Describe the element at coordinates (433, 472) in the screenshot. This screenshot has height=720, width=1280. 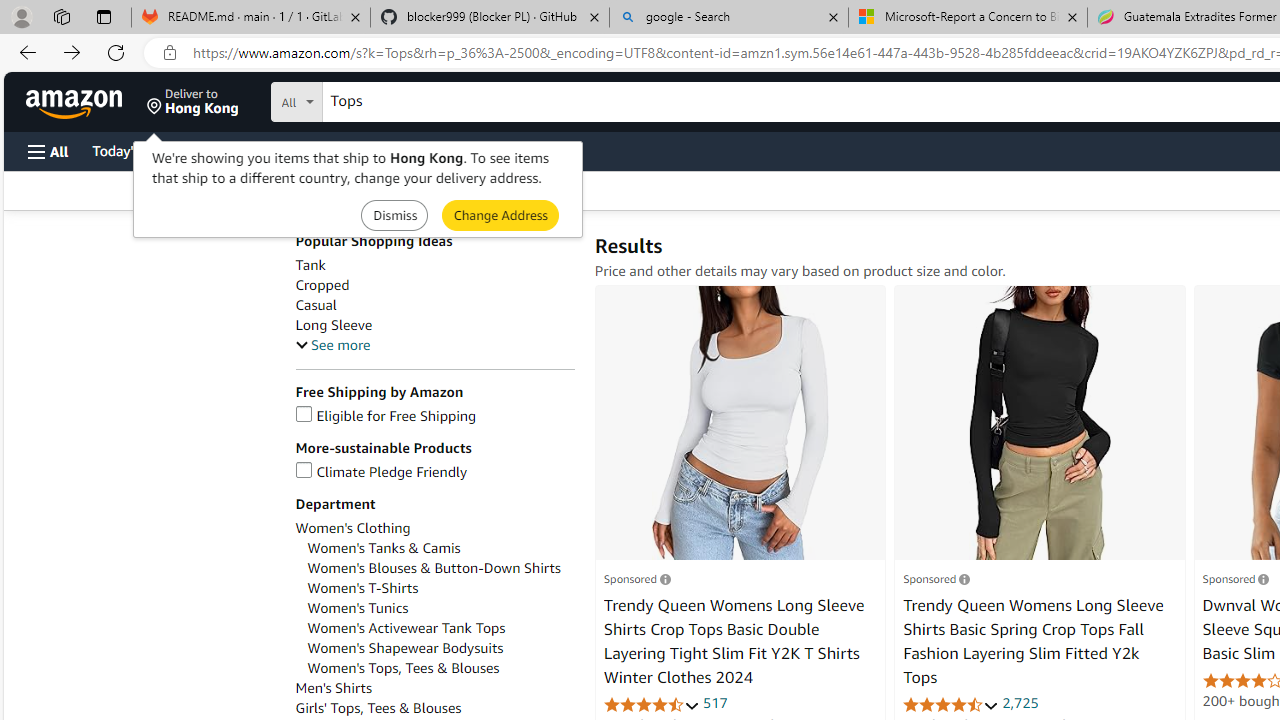
I see `'Climate Pledge Friendly'` at that location.